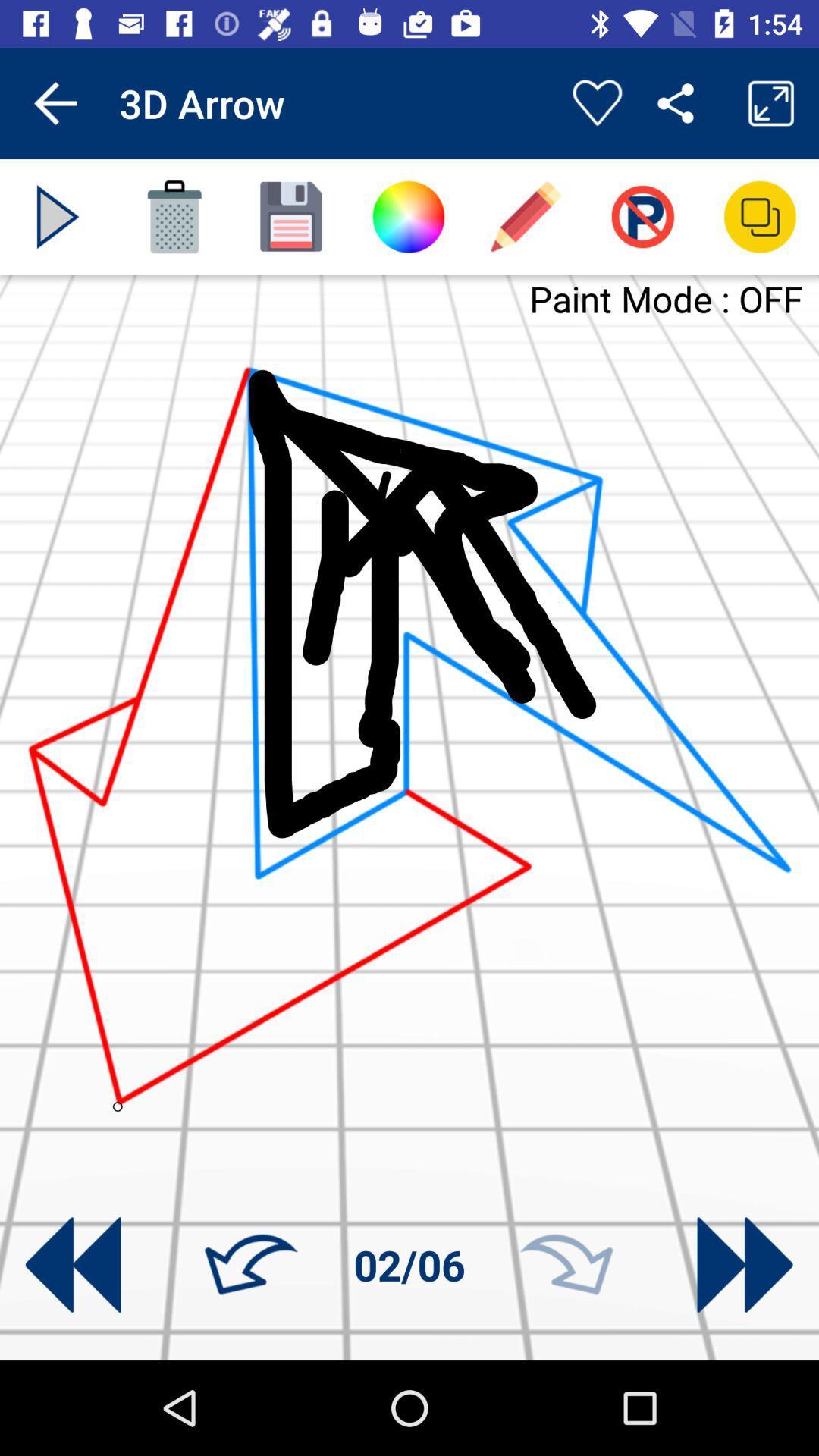 This screenshot has width=819, height=1456. Describe the element at coordinates (566, 1265) in the screenshot. I see `the redo icon` at that location.